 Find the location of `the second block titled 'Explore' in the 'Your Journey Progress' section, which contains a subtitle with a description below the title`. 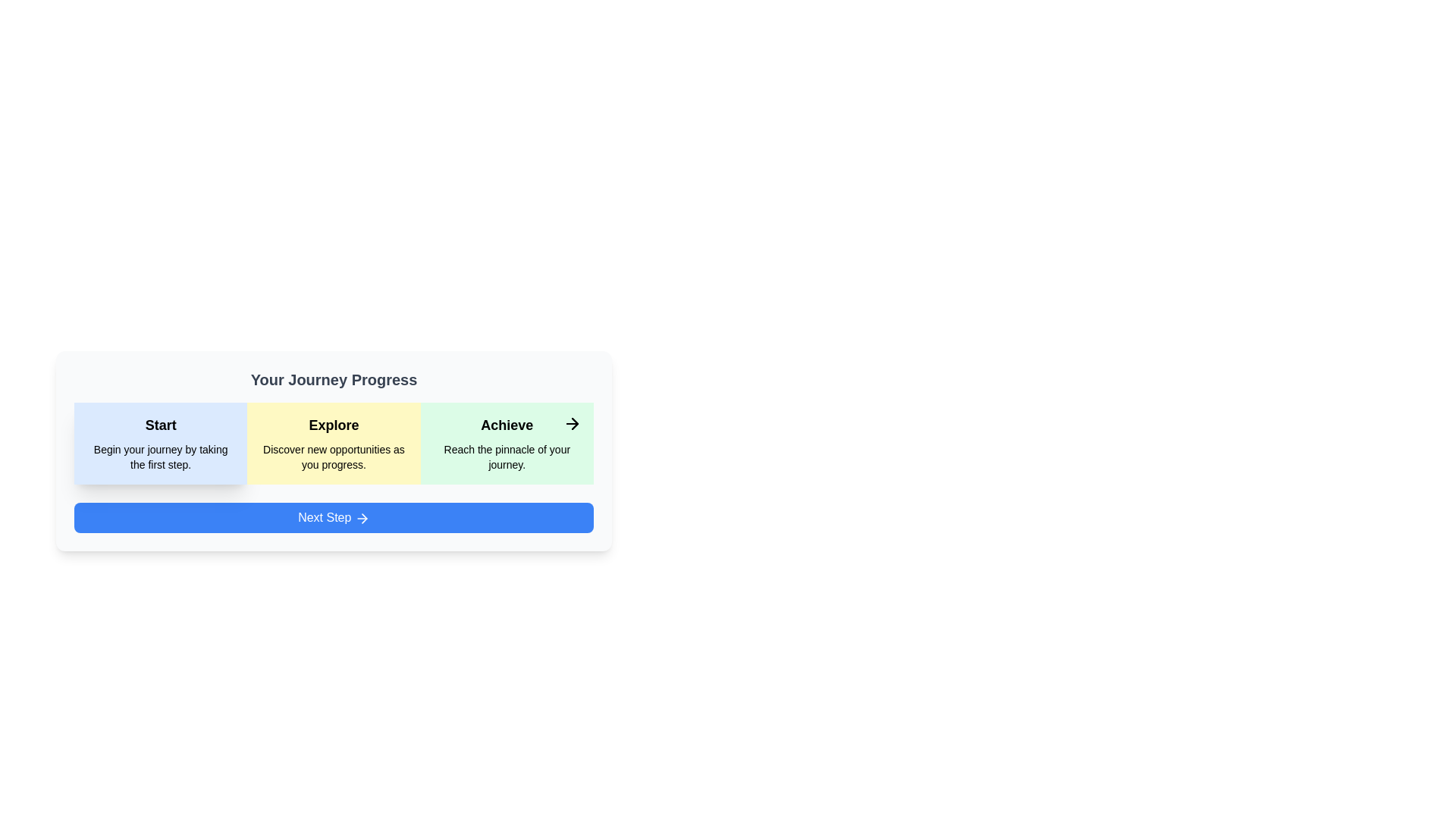

the second block titled 'Explore' in the 'Your Journey Progress' section, which contains a subtitle with a description below the title is located at coordinates (333, 444).